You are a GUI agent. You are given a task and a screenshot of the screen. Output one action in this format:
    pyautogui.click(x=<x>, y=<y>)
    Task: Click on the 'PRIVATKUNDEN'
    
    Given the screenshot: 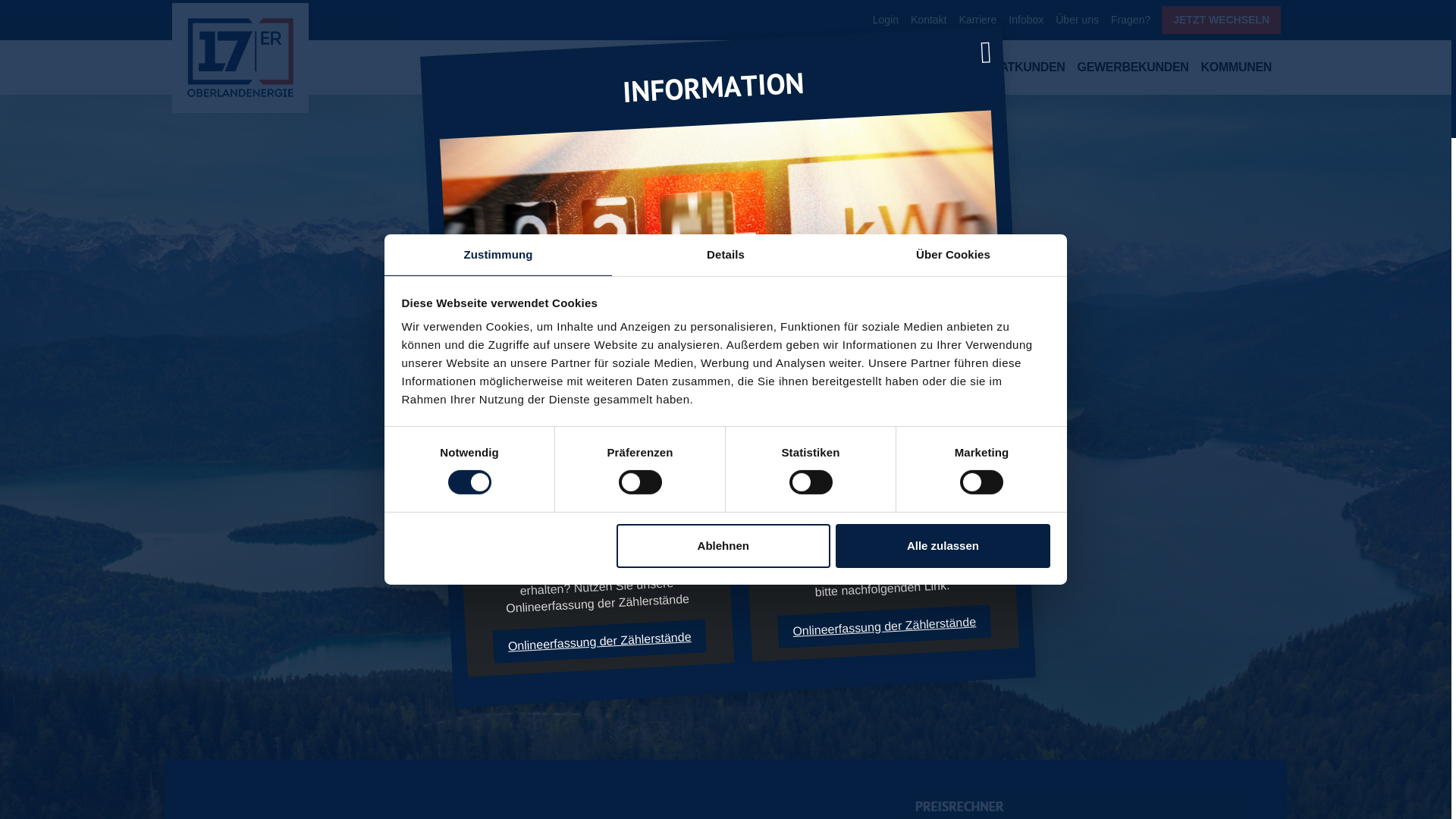 What is the action you would take?
    pyautogui.click(x=973, y=70)
    